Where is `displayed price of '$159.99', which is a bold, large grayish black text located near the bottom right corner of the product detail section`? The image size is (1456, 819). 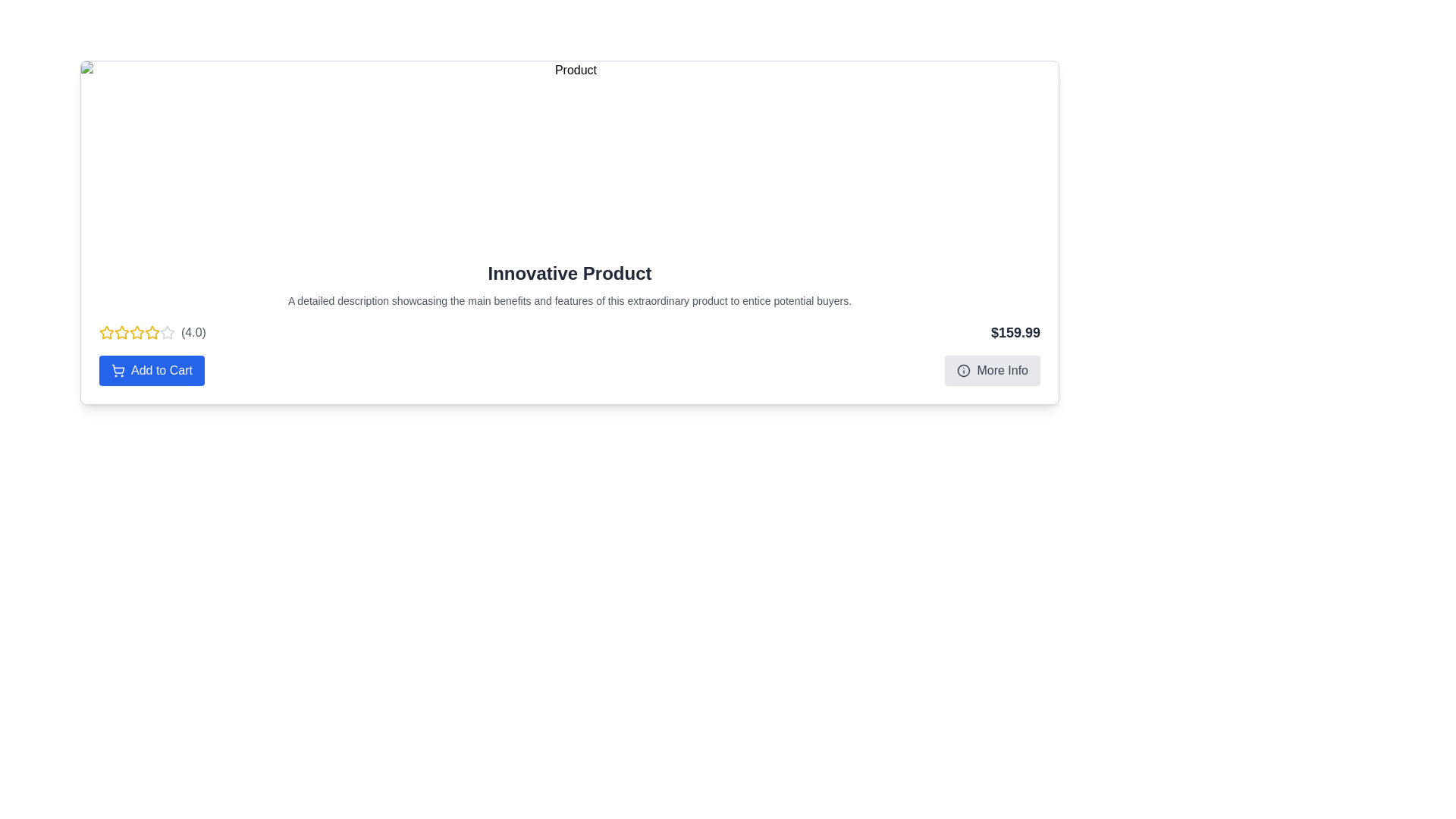
displayed price of '$159.99', which is a bold, large grayish black text located near the bottom right corner of the product detail section is located at coordinates (1015, 332).